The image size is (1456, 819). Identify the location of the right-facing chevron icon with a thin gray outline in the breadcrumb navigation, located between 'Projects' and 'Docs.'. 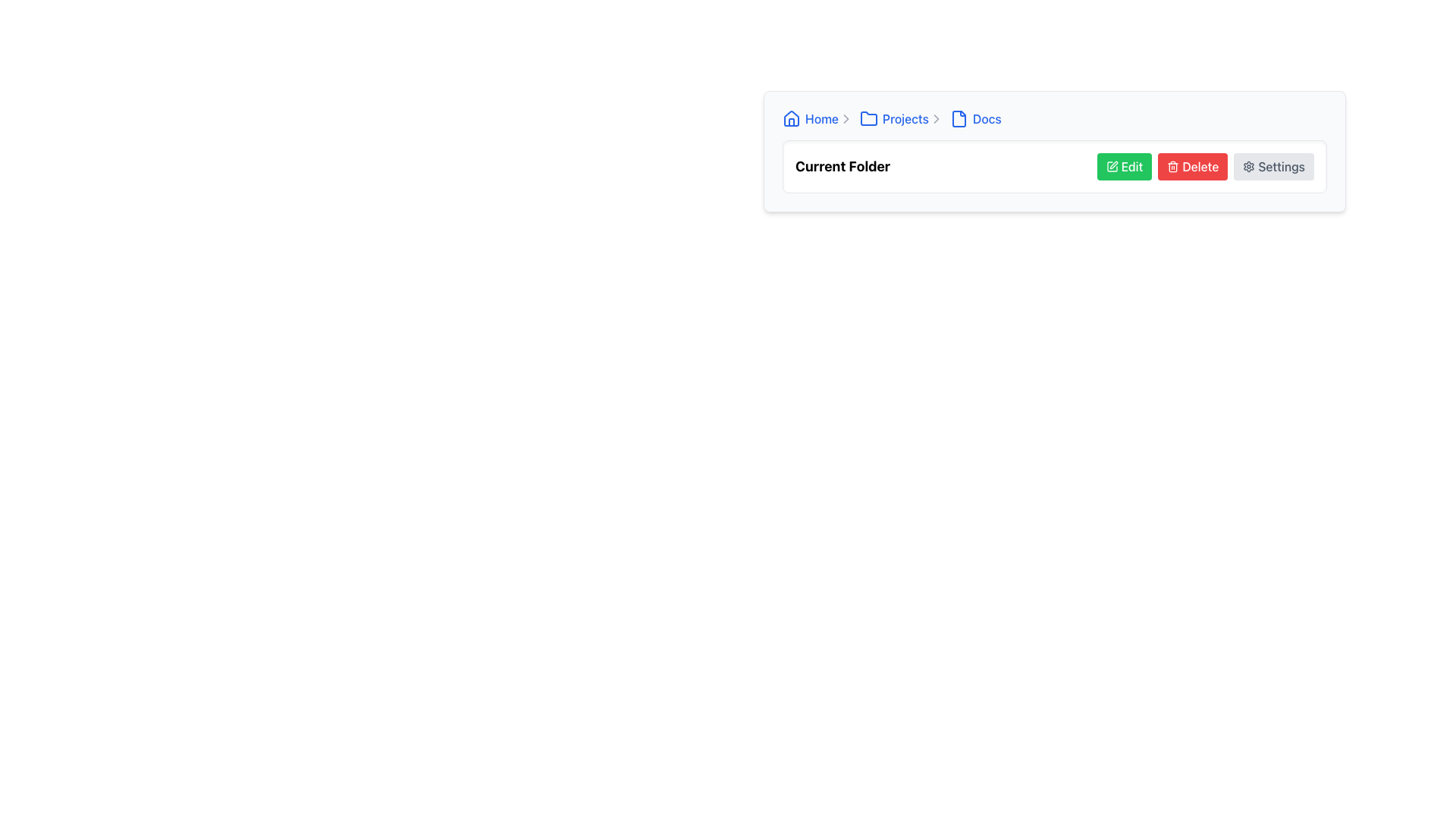
(935, 118).